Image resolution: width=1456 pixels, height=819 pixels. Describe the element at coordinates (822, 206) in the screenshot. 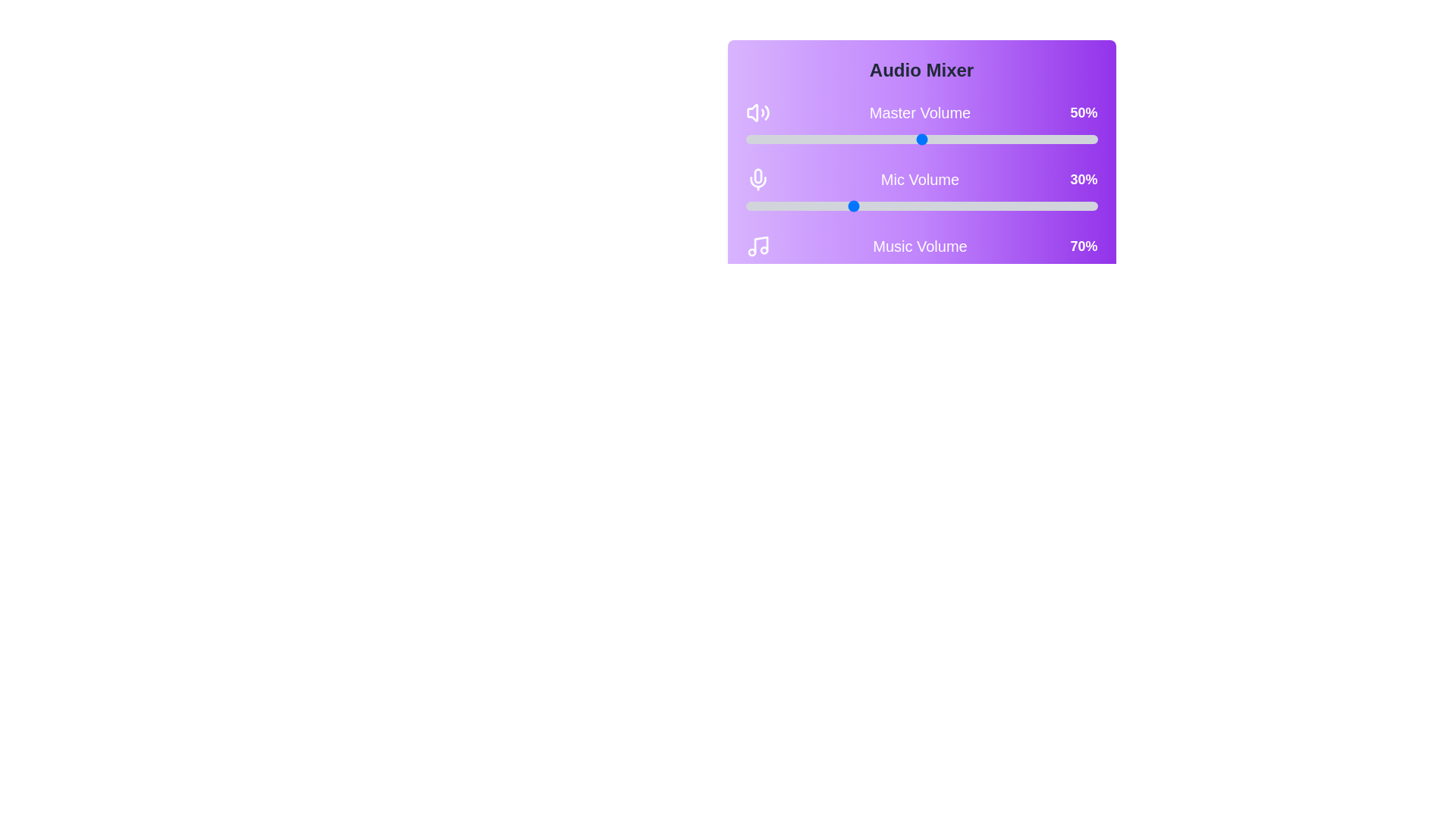

I see `the microphone volume level` at that location.